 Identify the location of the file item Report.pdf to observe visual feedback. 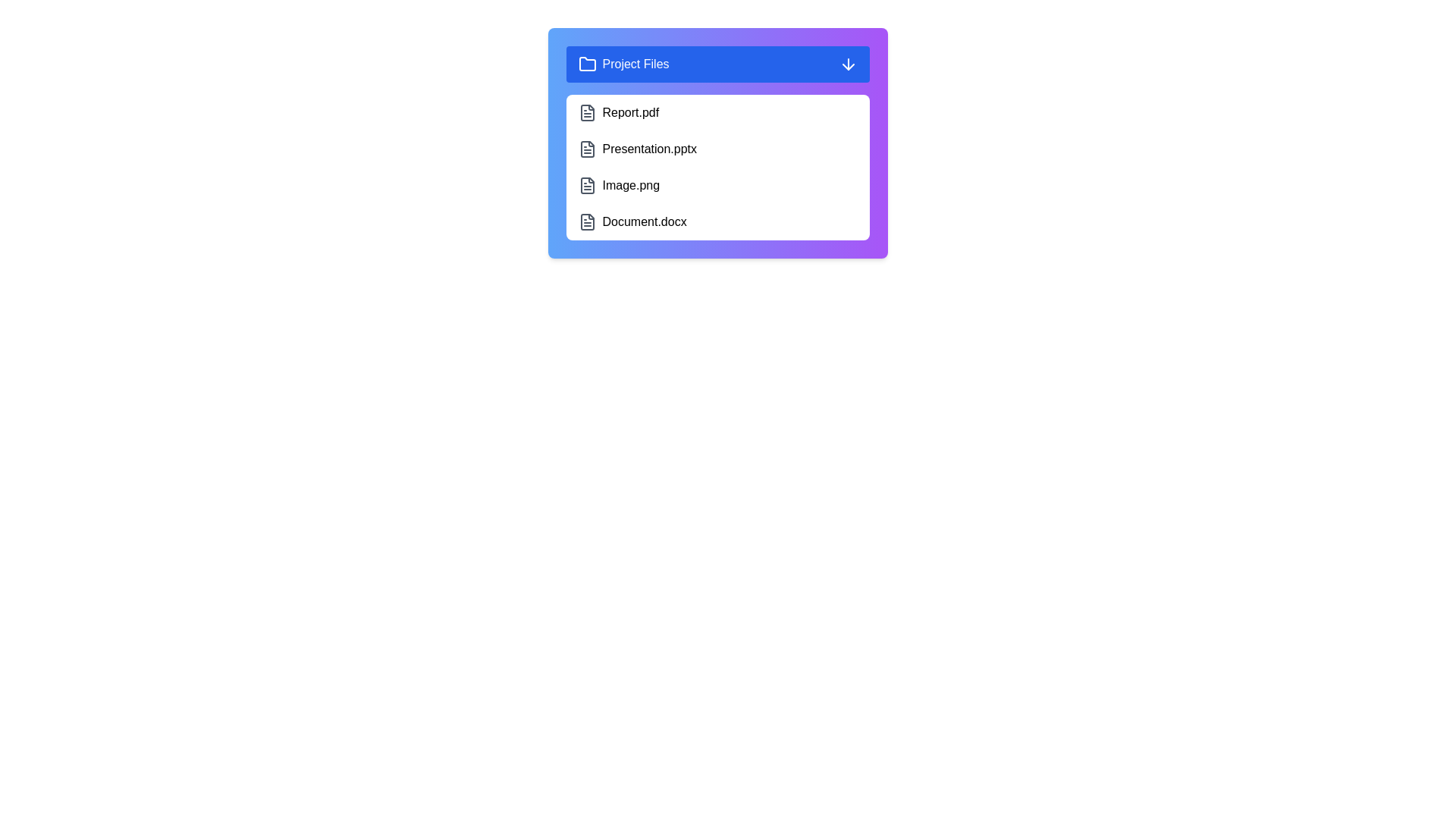
(717, 112).